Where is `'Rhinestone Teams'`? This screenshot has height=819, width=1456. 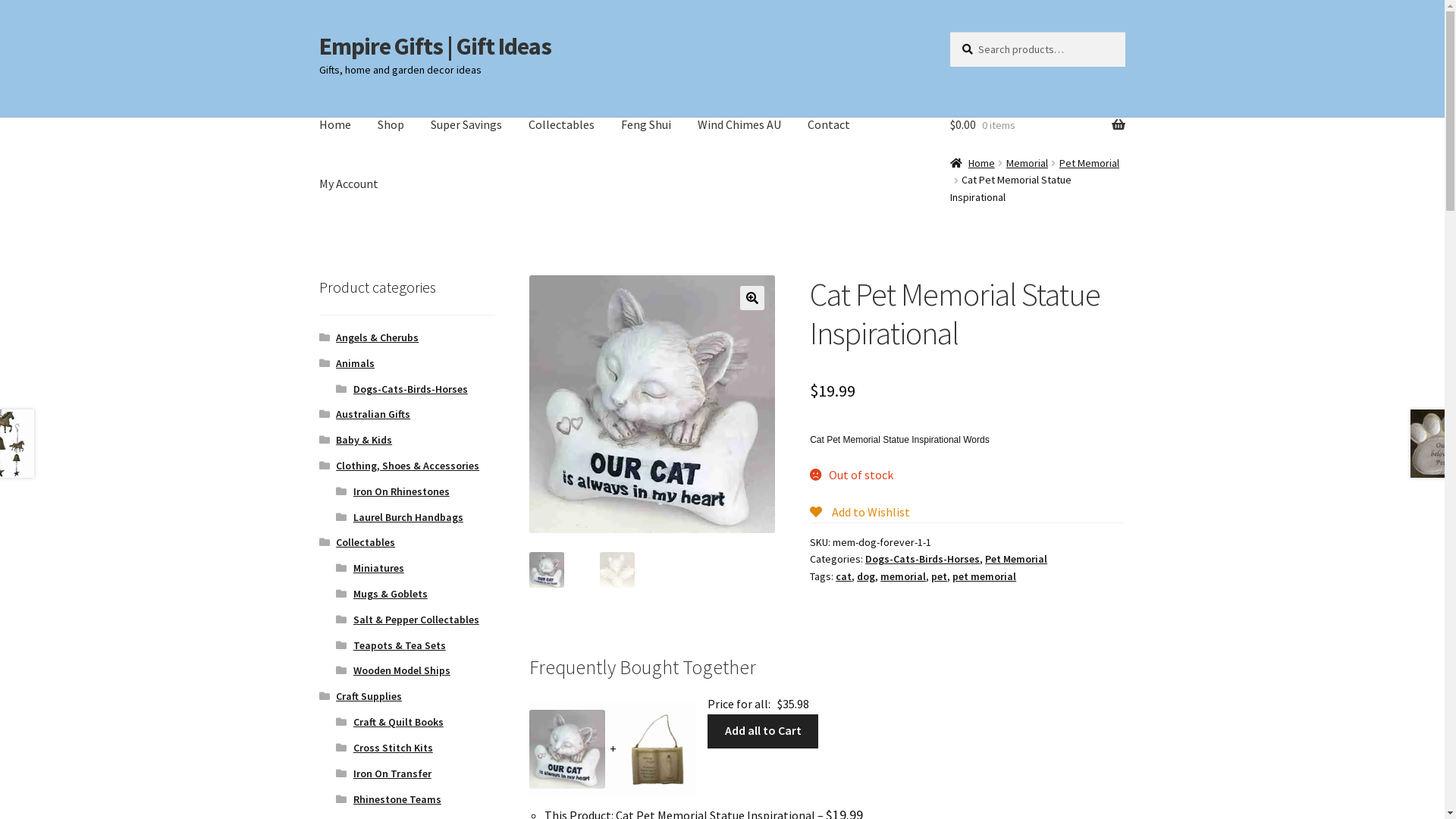
'Rhinestone Teams' is located at coordinates (397, 798).